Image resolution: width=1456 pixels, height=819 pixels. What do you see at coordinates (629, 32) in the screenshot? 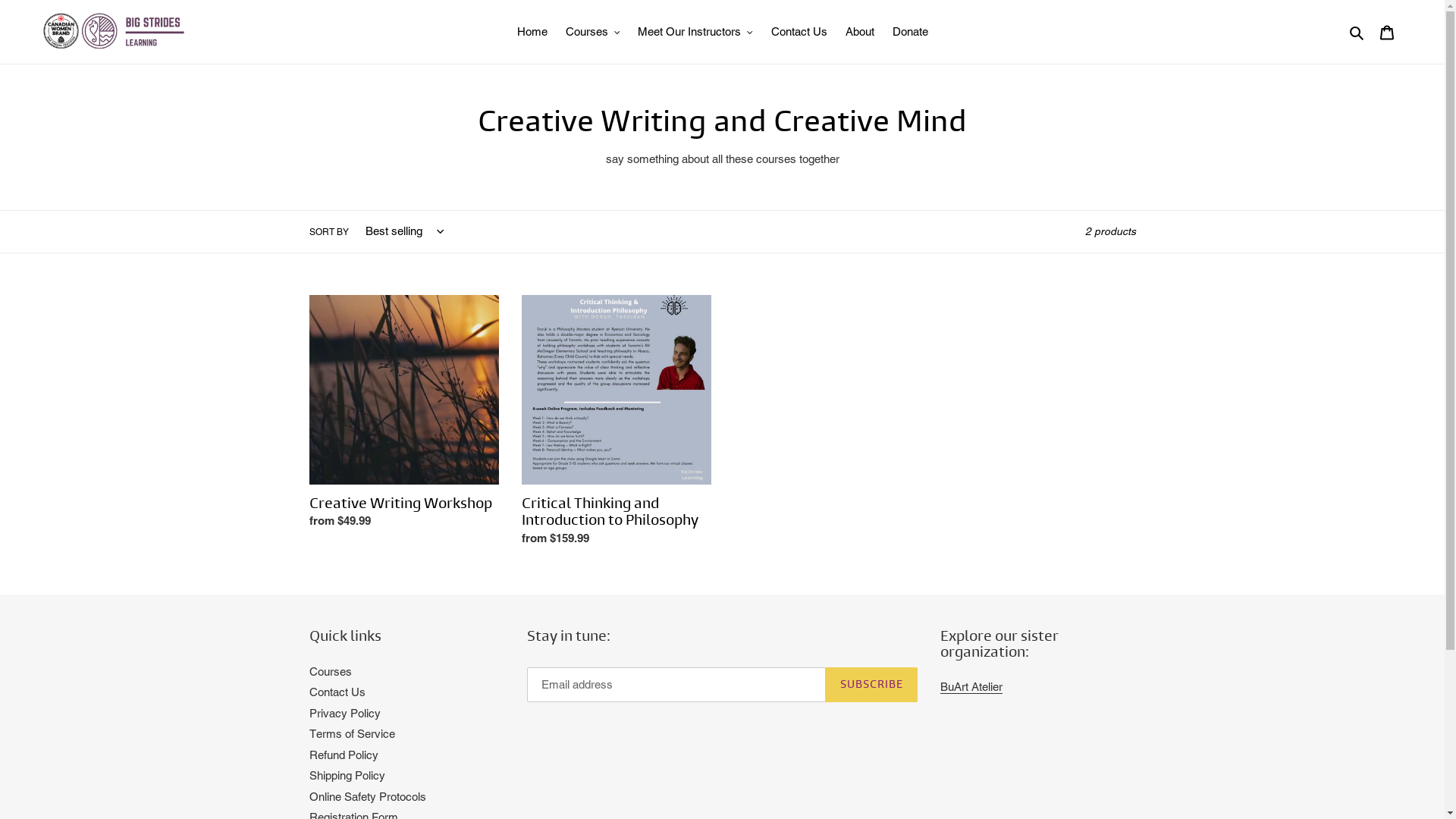
I see `'Meet Our Instructors'` at bounding box center [629, 32].